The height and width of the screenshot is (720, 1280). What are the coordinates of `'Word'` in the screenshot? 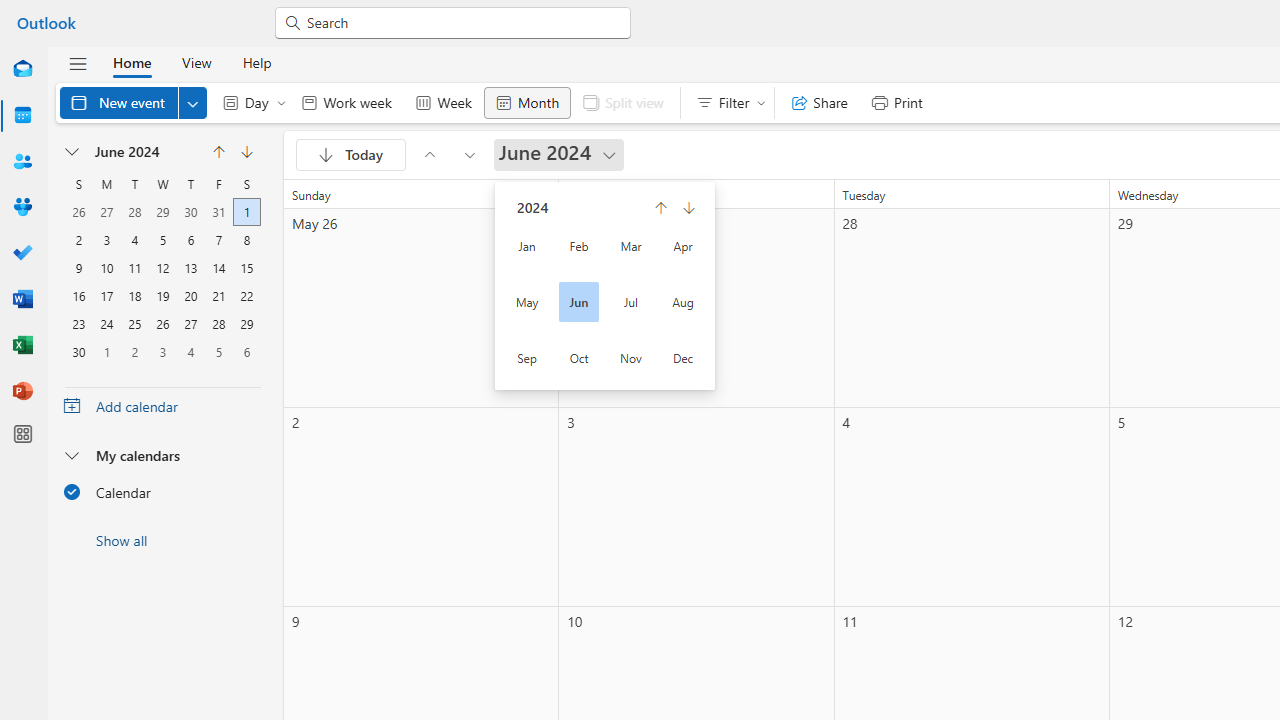 It's located at (23, 299).